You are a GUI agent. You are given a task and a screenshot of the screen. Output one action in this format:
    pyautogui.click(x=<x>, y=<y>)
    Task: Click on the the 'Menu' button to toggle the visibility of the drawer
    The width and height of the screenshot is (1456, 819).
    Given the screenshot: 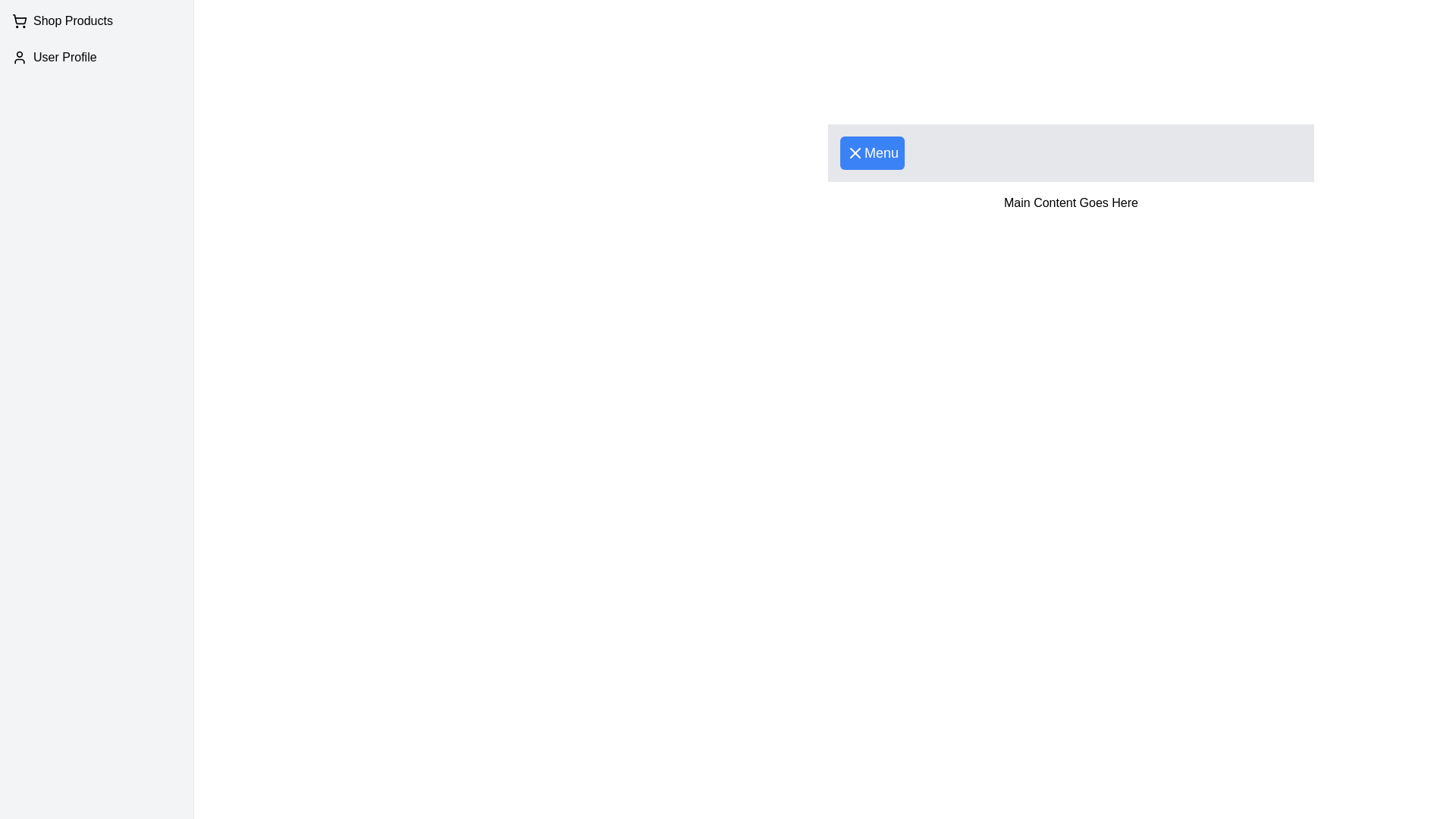 What is the action you would take?
    pyautogui.click(x=872, y=152)
    